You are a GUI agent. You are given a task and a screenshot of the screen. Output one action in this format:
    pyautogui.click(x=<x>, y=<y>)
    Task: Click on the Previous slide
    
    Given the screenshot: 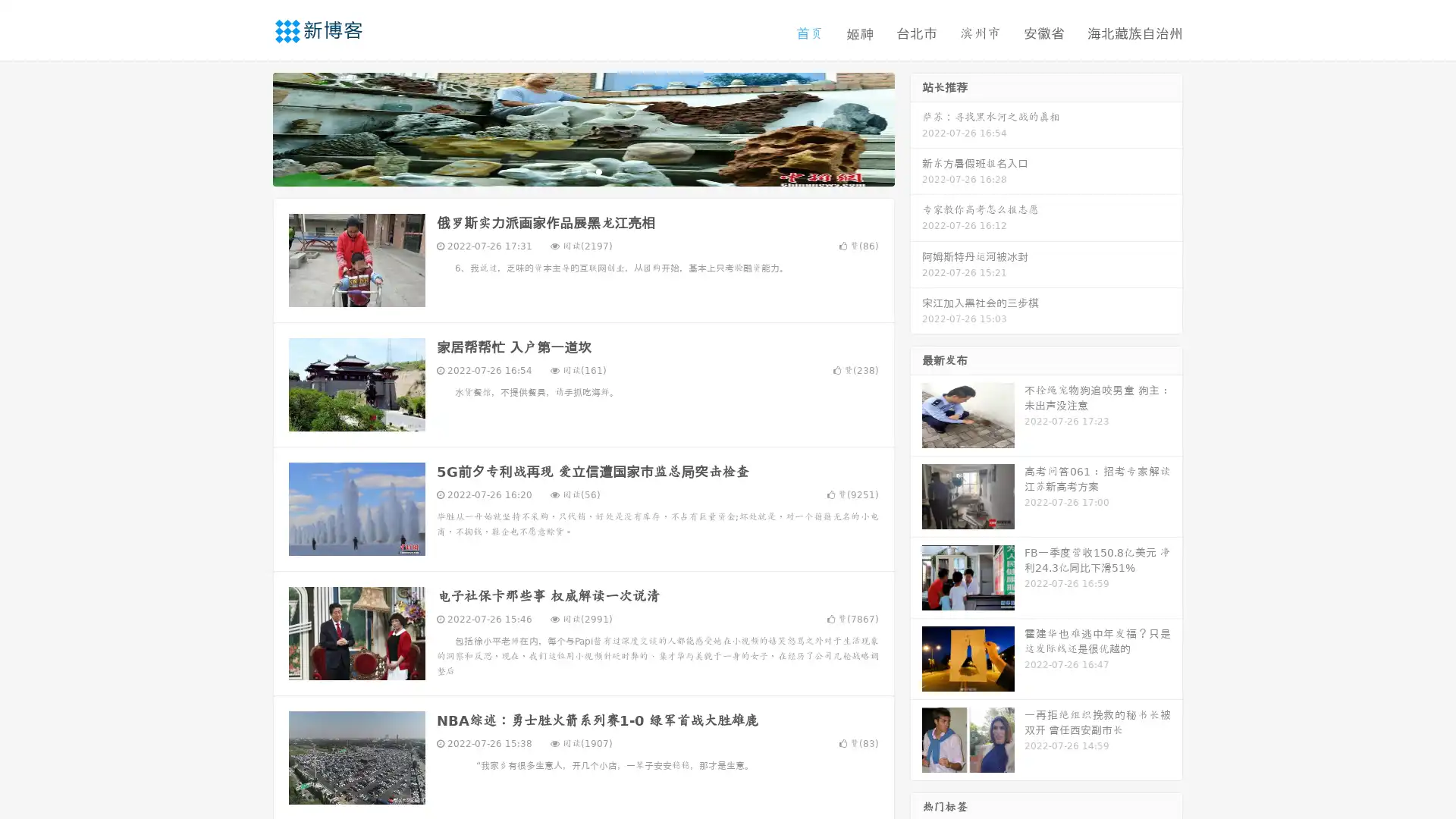 What is the action you would take?
    pyautogui.click(x=250, y=127)
    